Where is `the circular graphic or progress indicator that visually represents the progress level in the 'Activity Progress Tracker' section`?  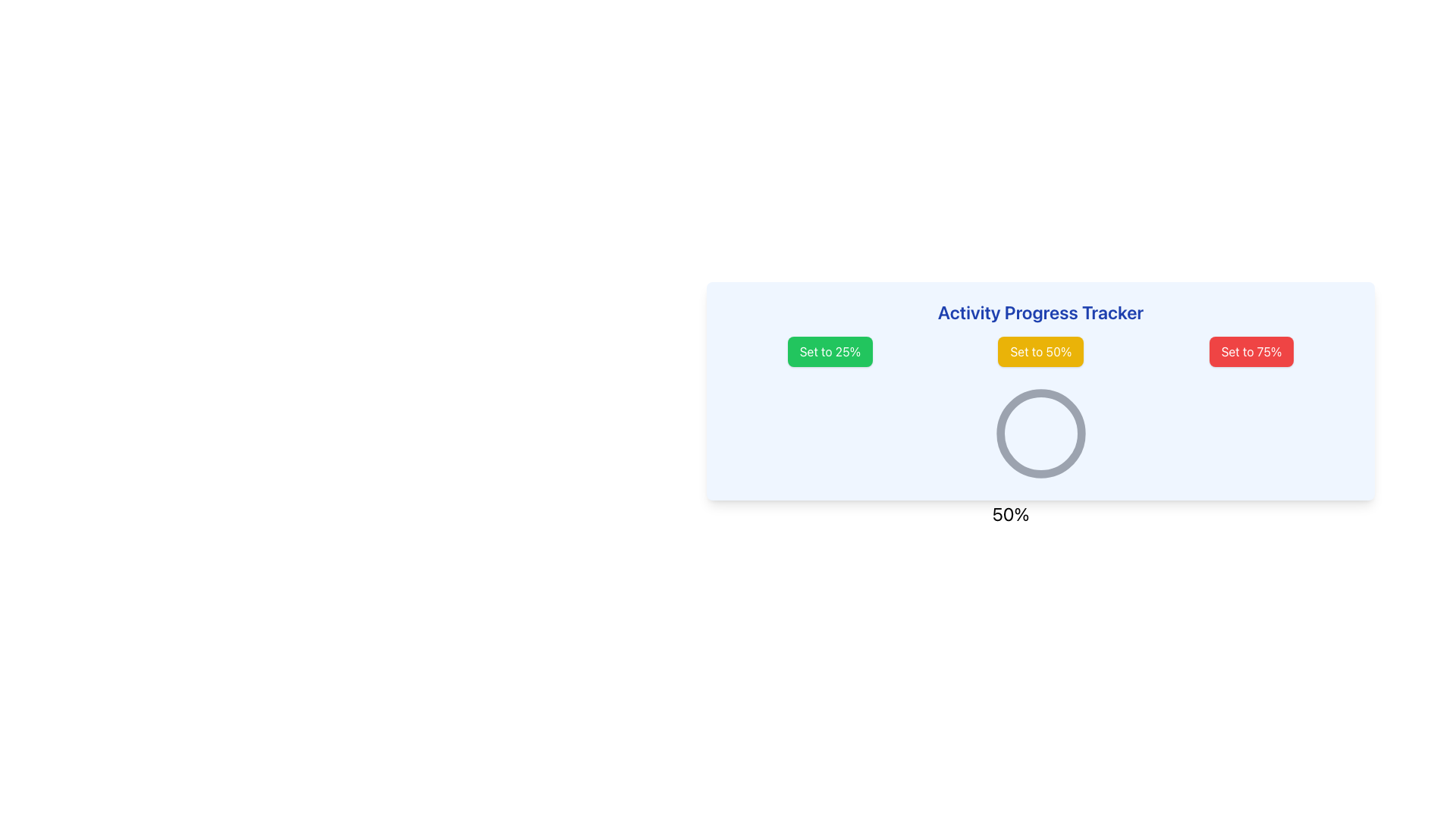 the circular graphic or progress indicator that visually represents the progress level in the 'Activity Progress Tracker' section is located at coordinates (1040, 433).